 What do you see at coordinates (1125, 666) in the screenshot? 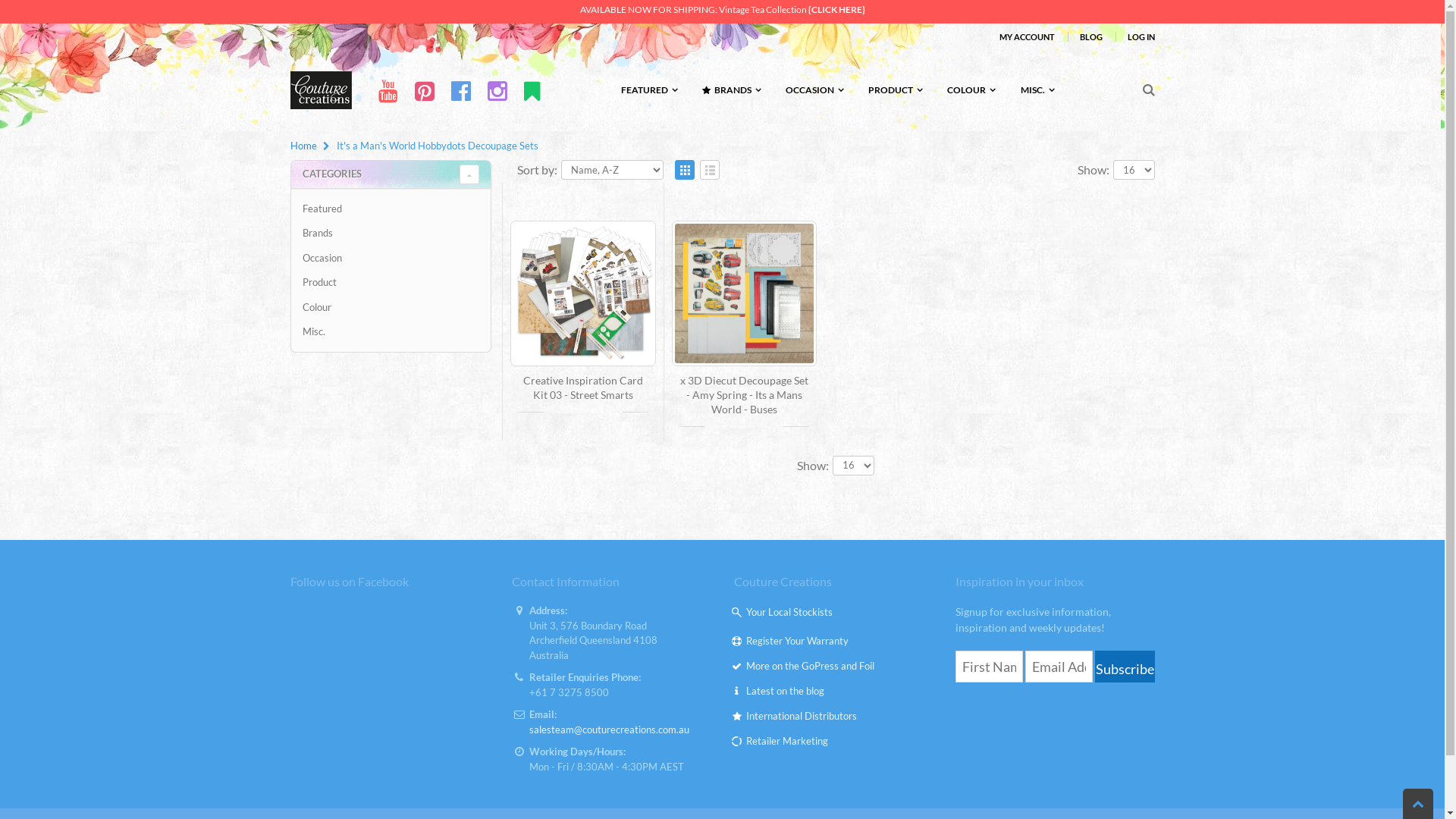
I see `'Subscribe'` at bounding box center [1125, 666].